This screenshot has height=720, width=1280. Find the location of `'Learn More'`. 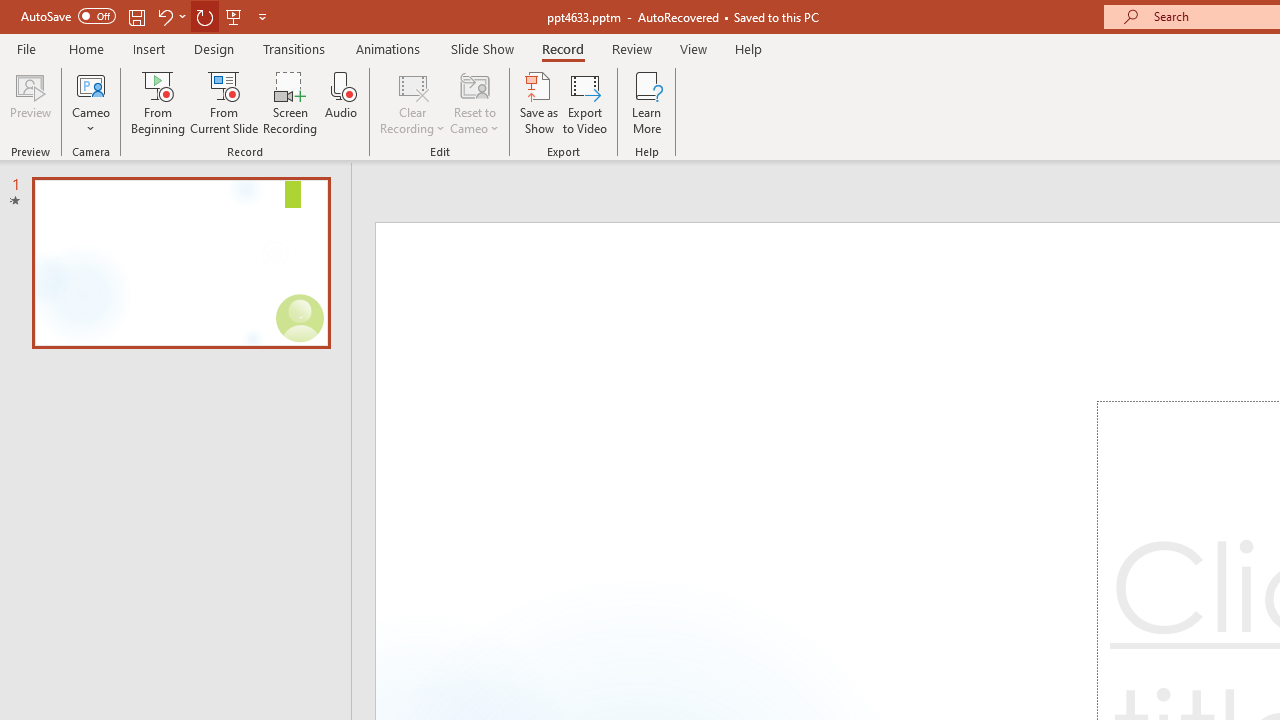

'Learn More' is located at coordinates (647, 103).